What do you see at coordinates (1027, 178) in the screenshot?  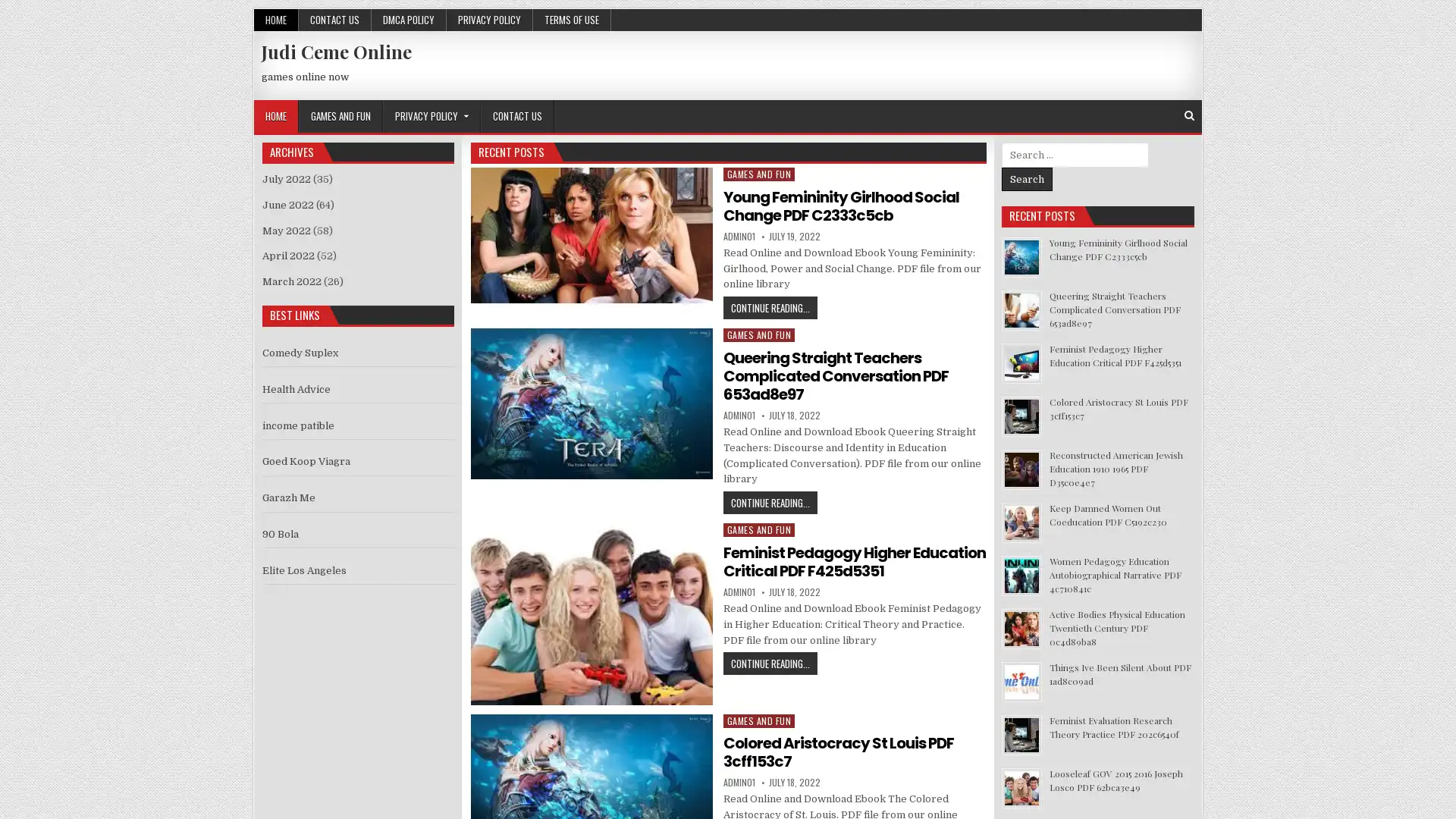 I see `Search` at bounding box center [1027, 178].